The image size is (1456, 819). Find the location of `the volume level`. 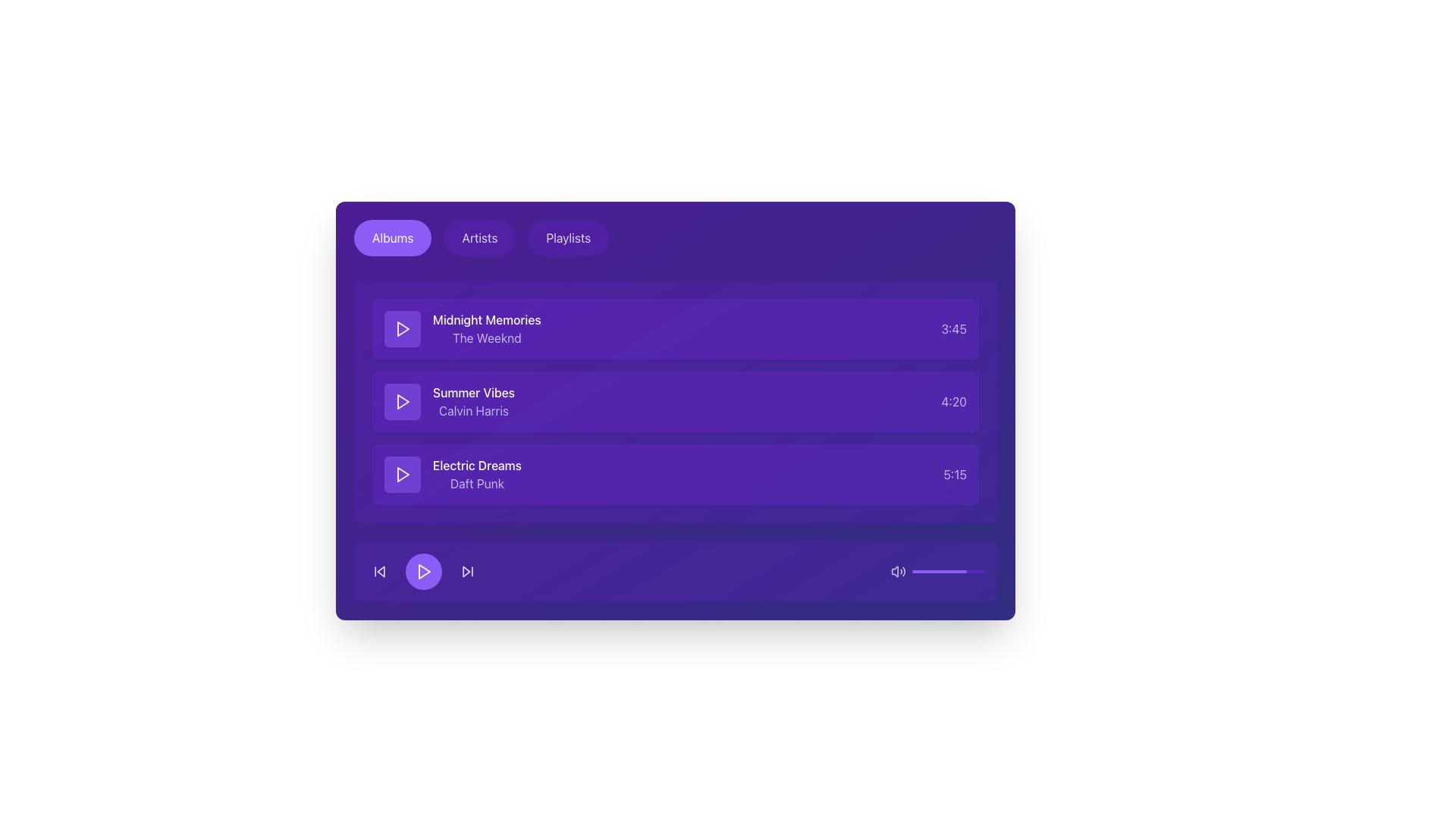

the volume level is located at coordinates (945, 571).